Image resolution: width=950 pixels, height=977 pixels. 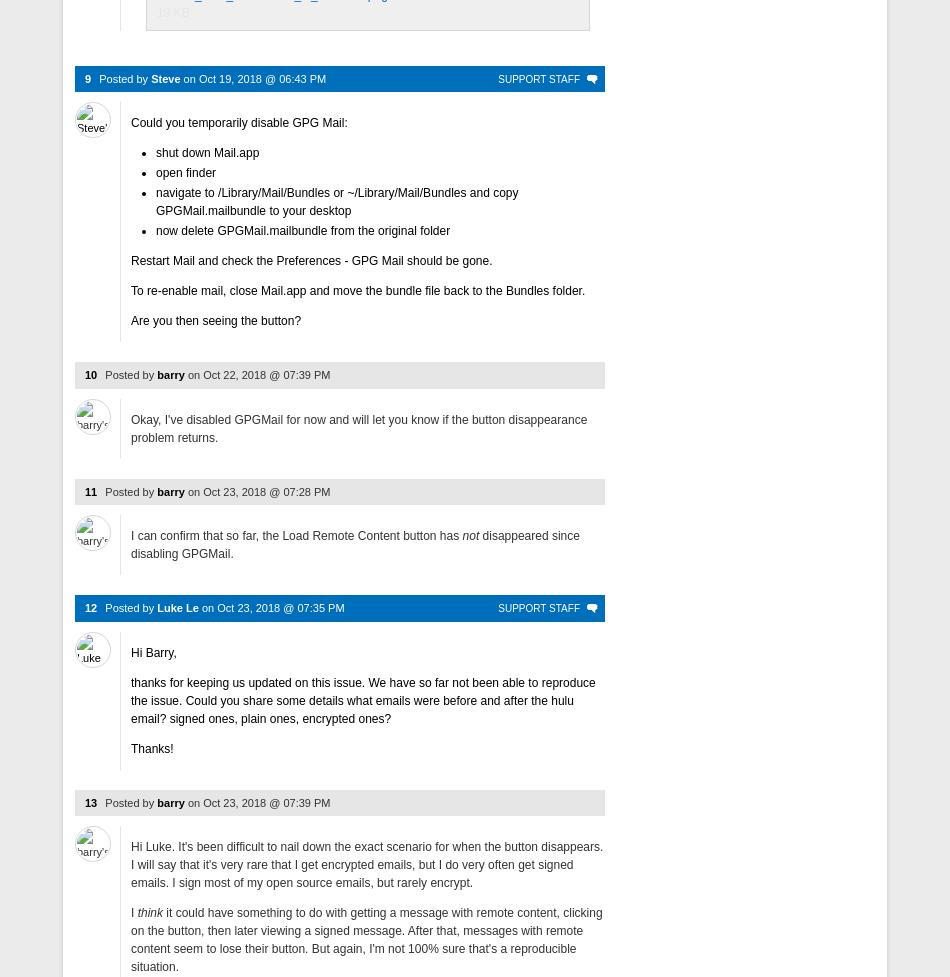 I want to click on 'Oct 23, 2018 @ 07:35 PM', so click(x=216, y=606).